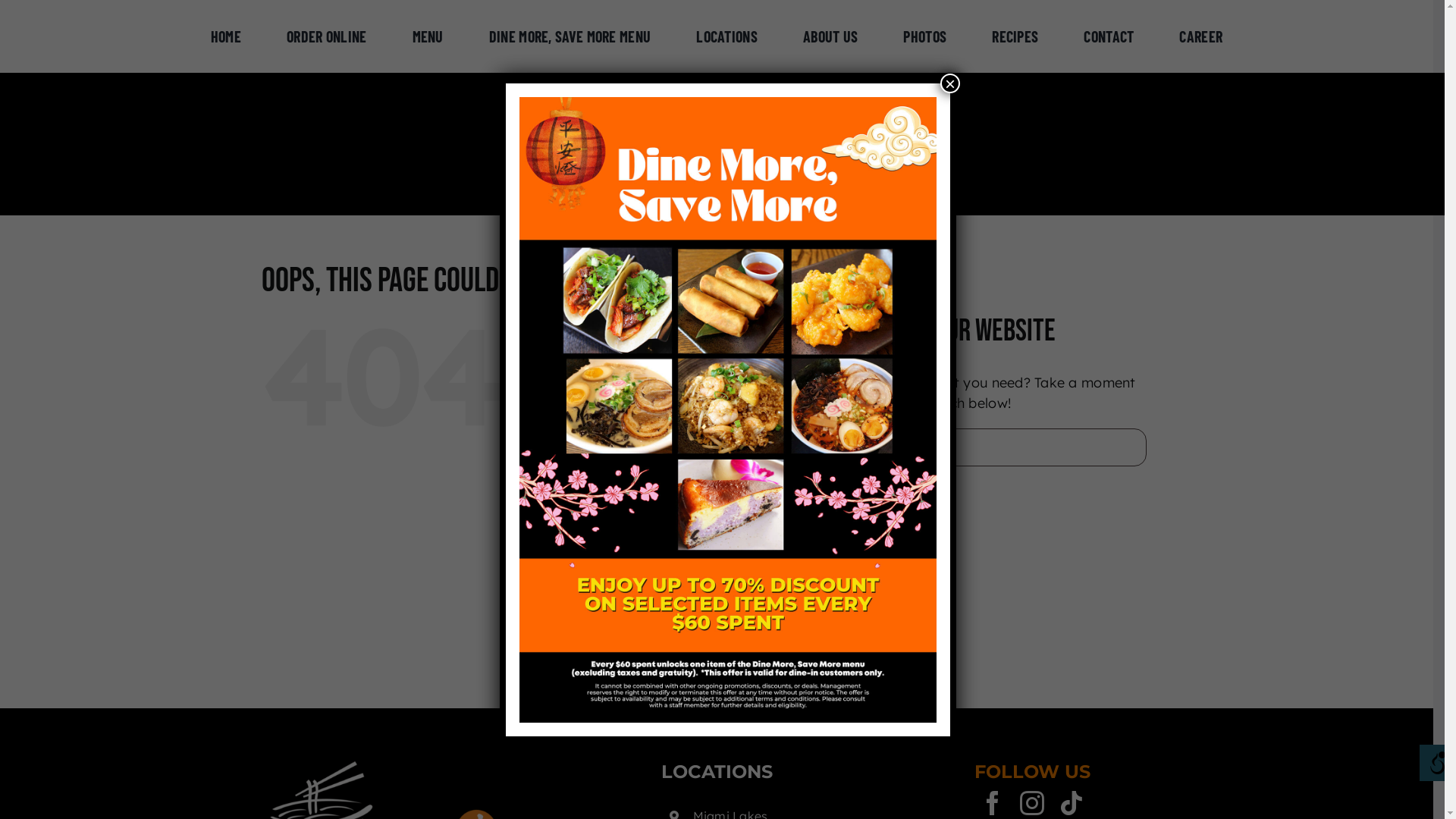  Describe the element at coordinates (829, 35) in the screenshot. I see `'ABOUT US'` at that location.